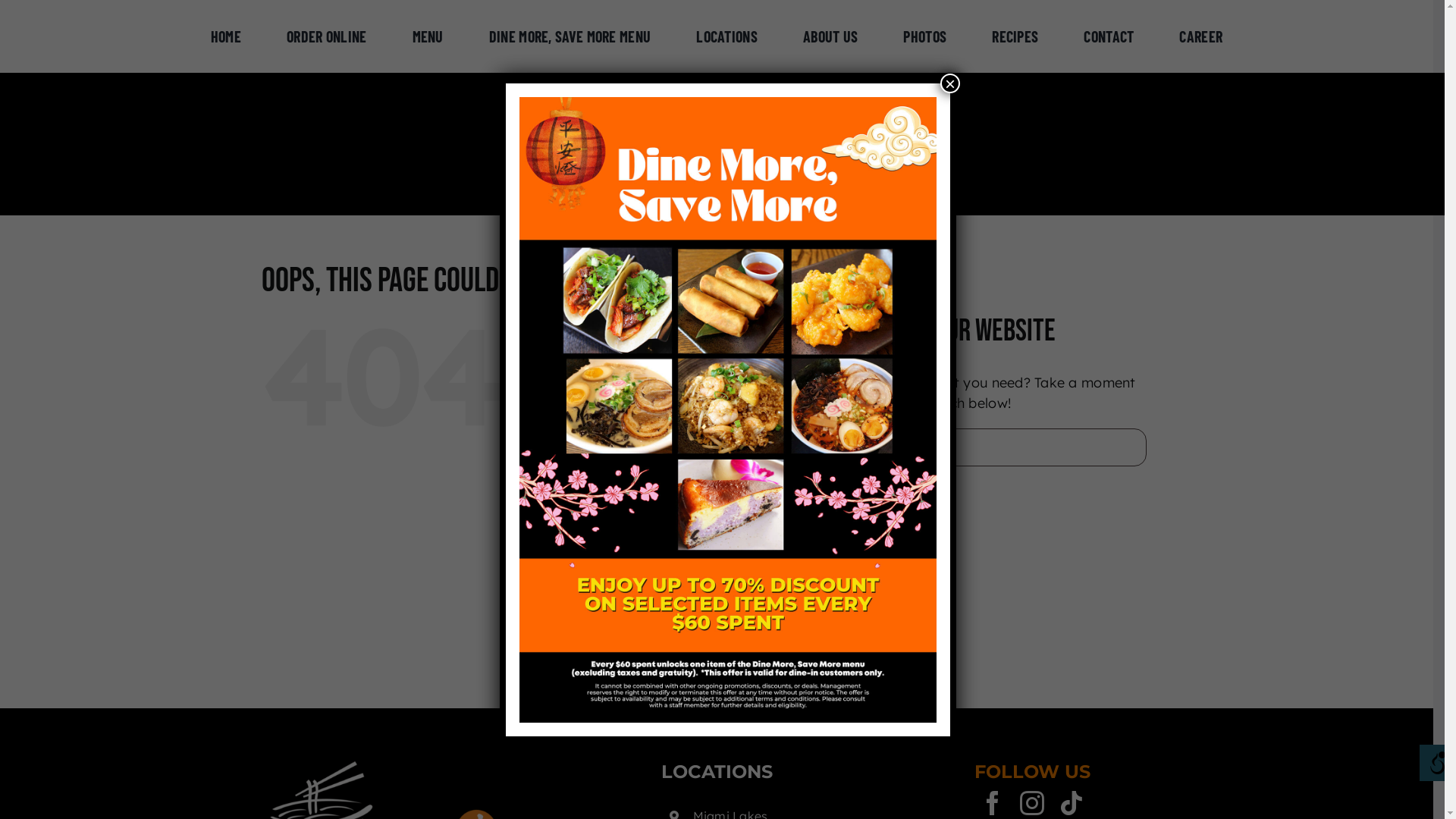  Describe the element at coordinates (829, 35) in the screenshot. I see `'ABOUT US'` at that location.